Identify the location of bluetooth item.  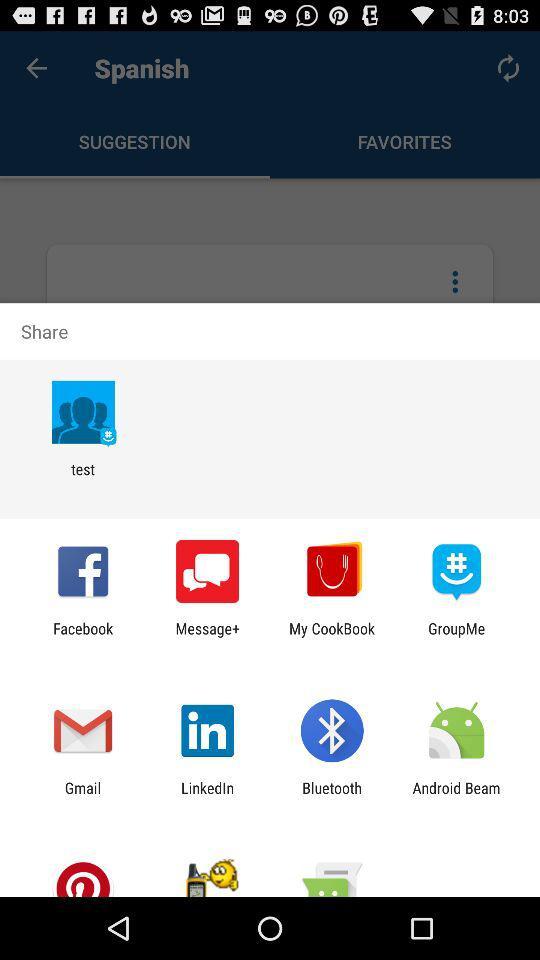
(332, 796).